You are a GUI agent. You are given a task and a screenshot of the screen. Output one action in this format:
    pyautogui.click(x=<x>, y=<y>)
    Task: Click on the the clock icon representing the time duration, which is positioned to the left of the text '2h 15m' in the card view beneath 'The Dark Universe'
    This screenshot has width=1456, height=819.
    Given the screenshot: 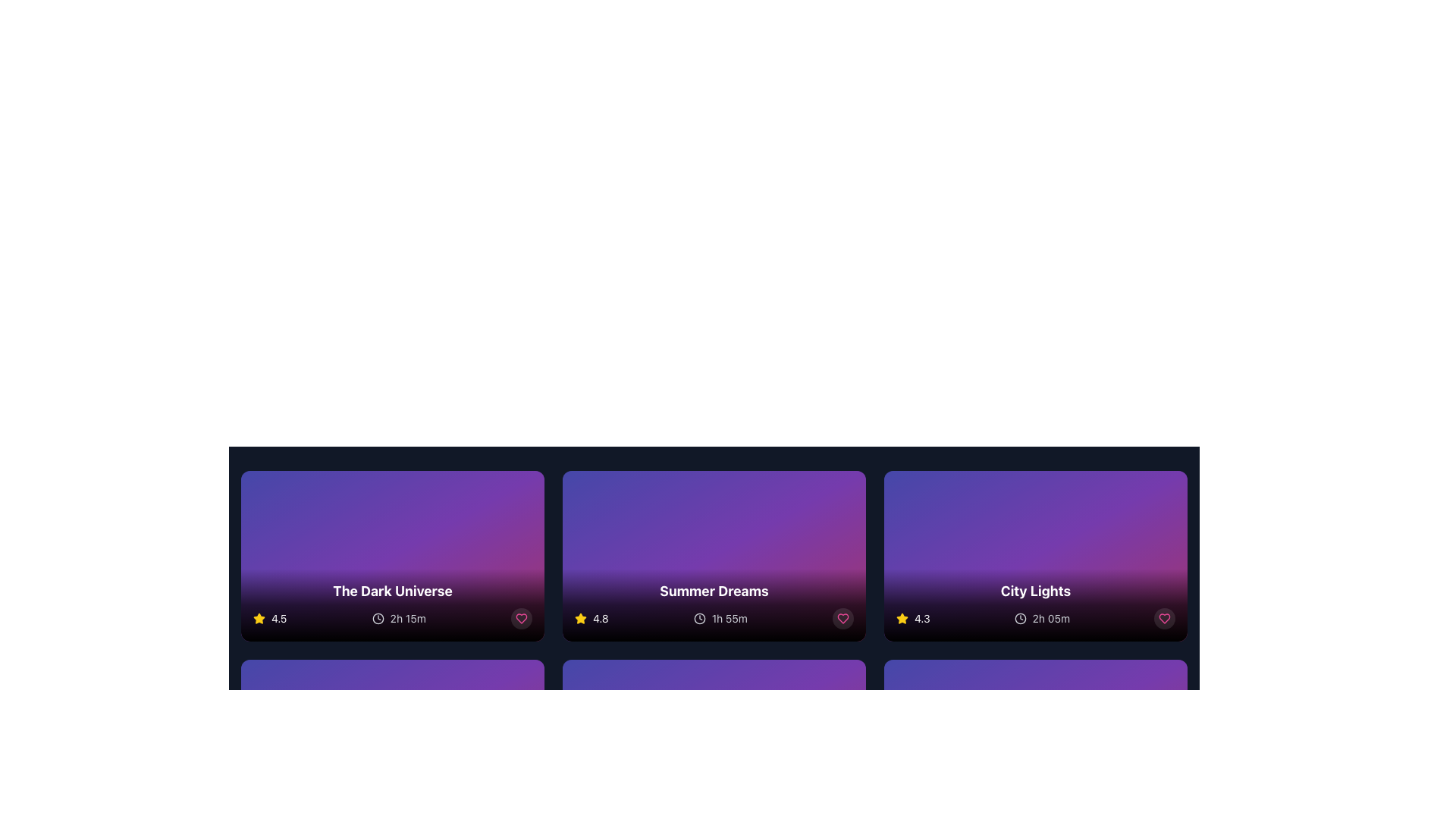 What is the action you would take?
    pyautogui.click(x=378, y=619)
    